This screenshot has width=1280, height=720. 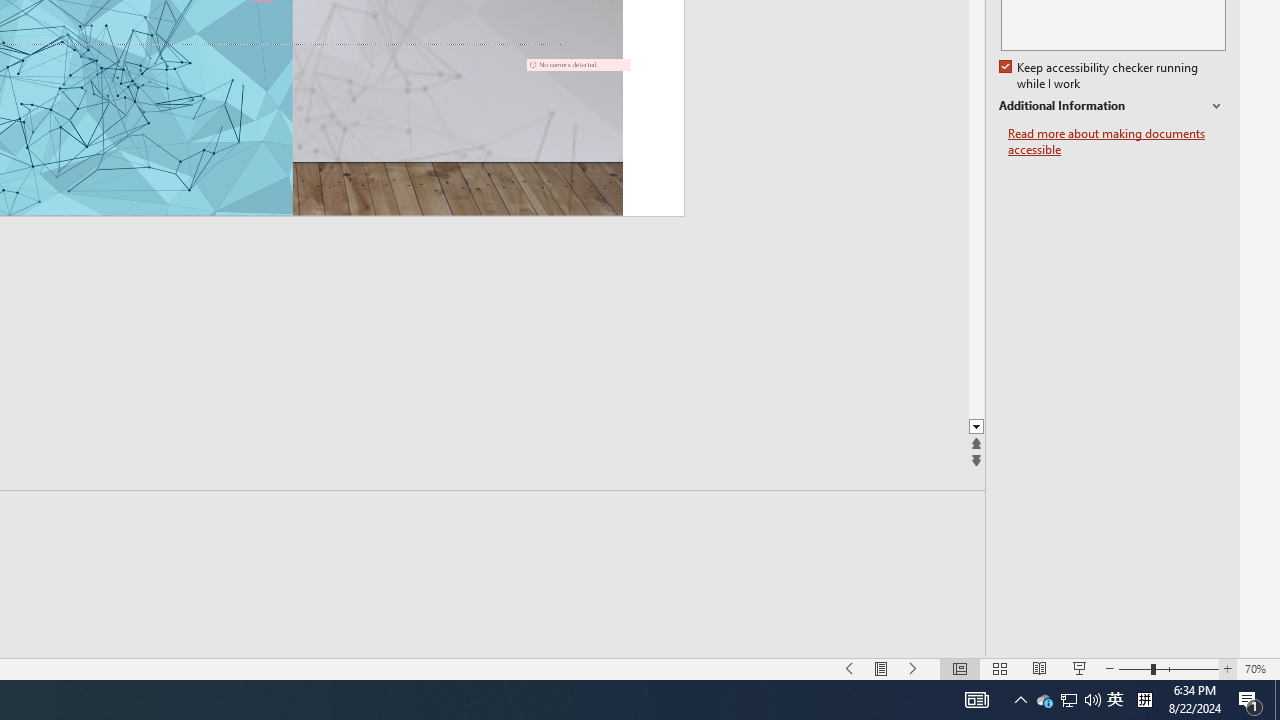 What do you see at coordinates (913, 669) in the screenshot?
I see `'Slide Show Next On'` at bounding box center [913, 669].